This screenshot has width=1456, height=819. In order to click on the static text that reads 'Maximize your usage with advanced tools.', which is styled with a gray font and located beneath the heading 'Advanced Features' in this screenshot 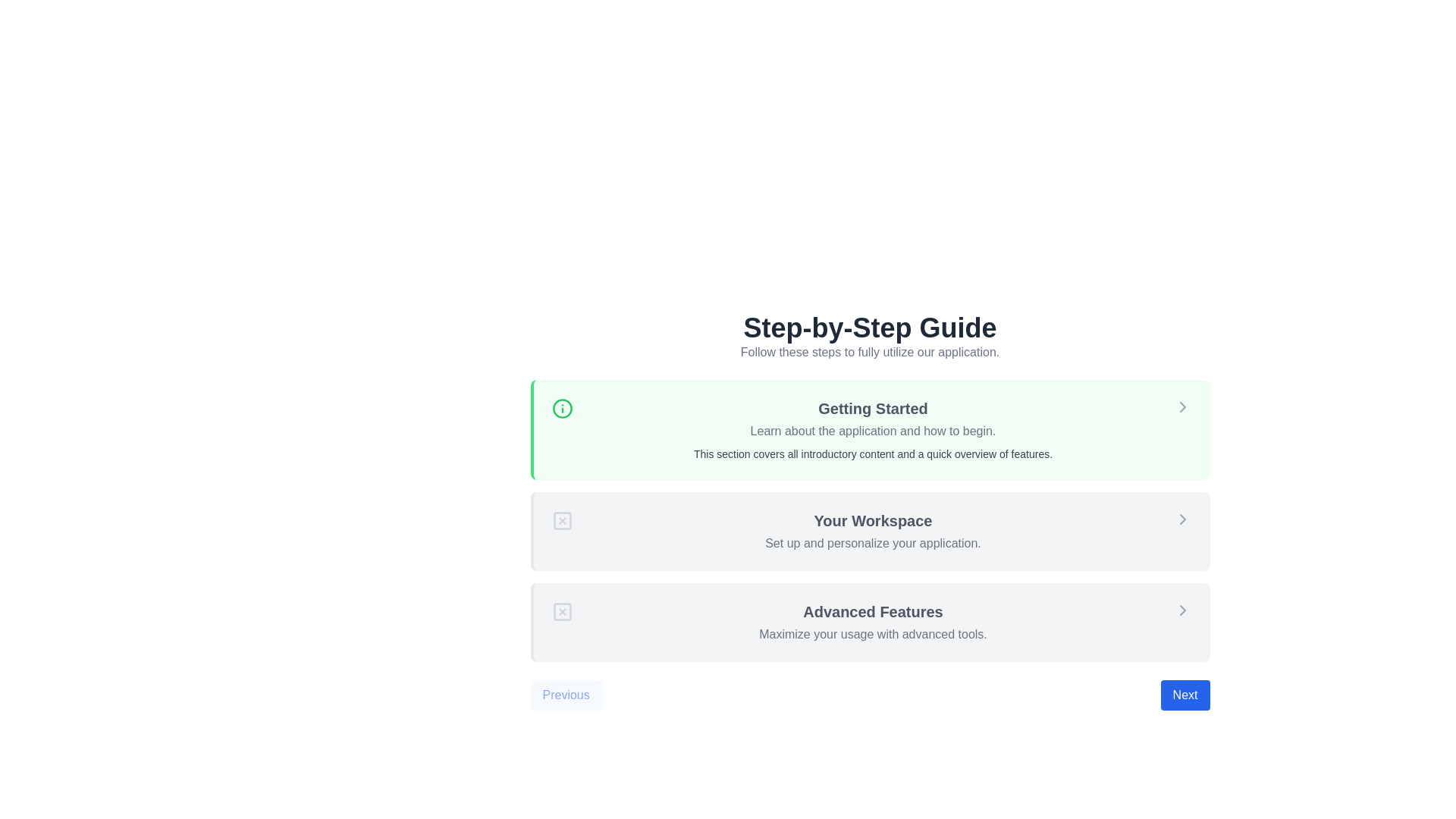, I will do `click(873, 635)`.